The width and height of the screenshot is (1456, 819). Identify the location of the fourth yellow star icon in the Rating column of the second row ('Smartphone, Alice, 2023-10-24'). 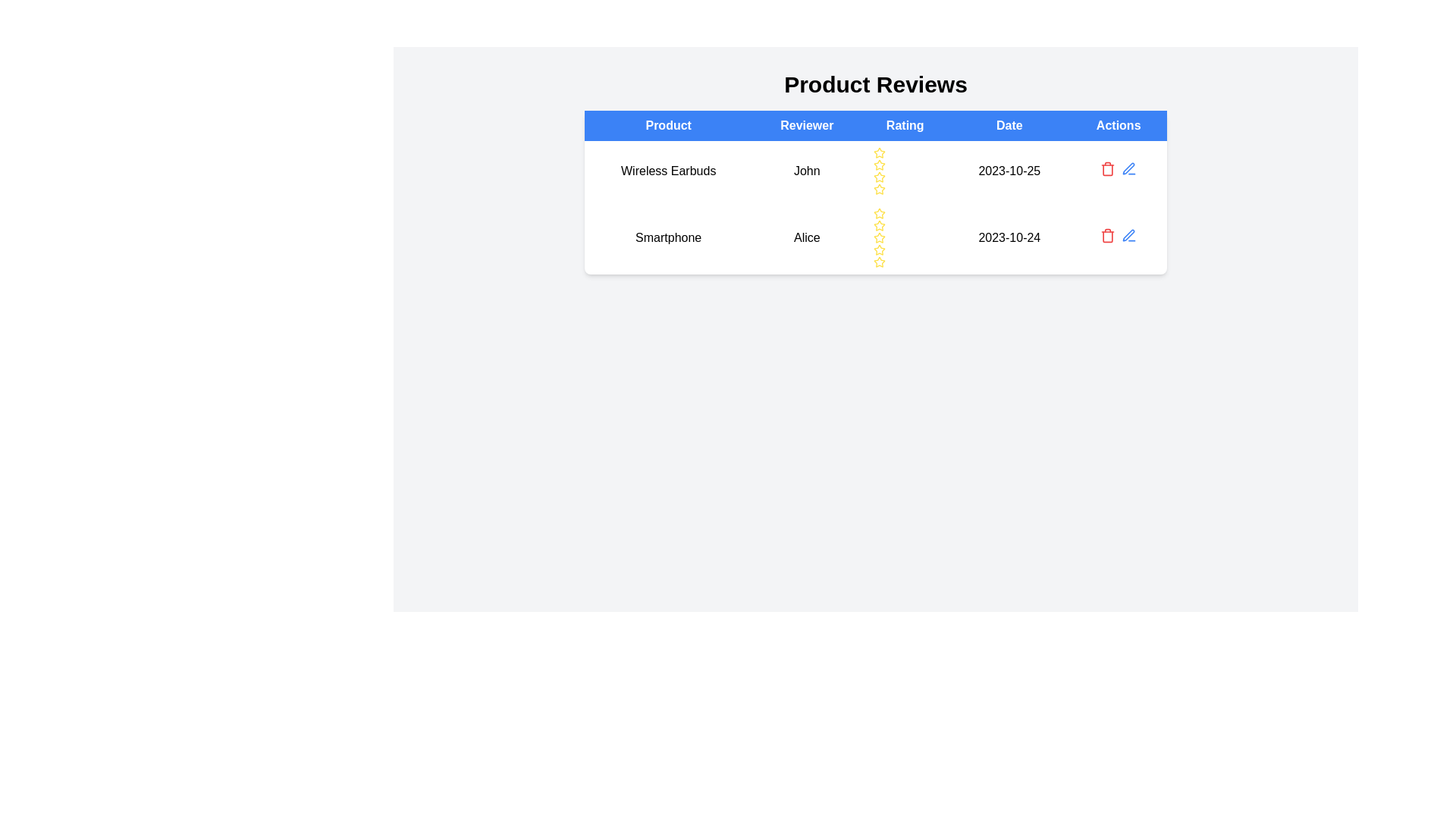
(880, 213).